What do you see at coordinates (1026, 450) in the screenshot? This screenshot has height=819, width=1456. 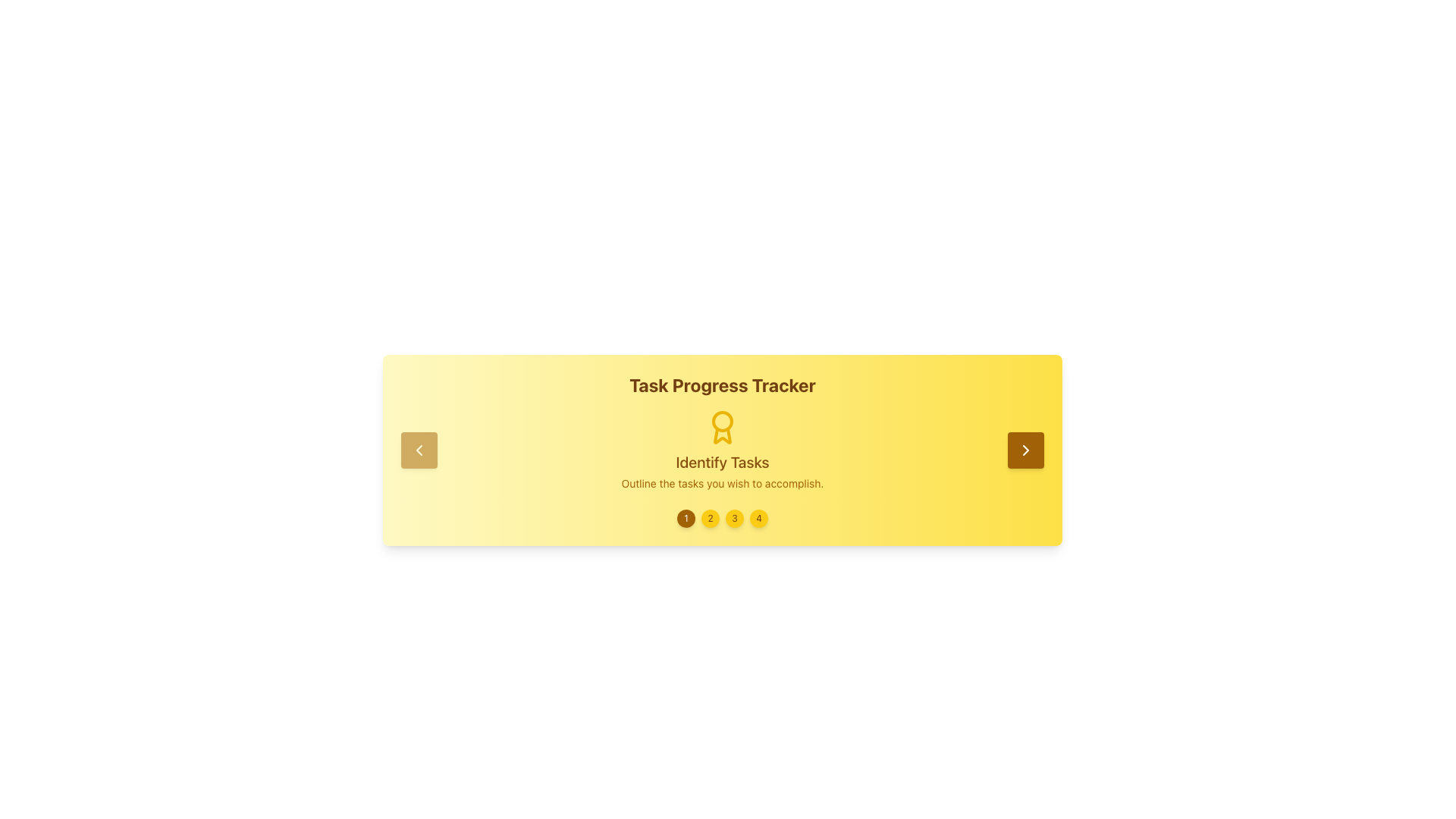 I see `the chevron icon located in the right corner of the task progress tracker` at bounding box center [1026, 450].